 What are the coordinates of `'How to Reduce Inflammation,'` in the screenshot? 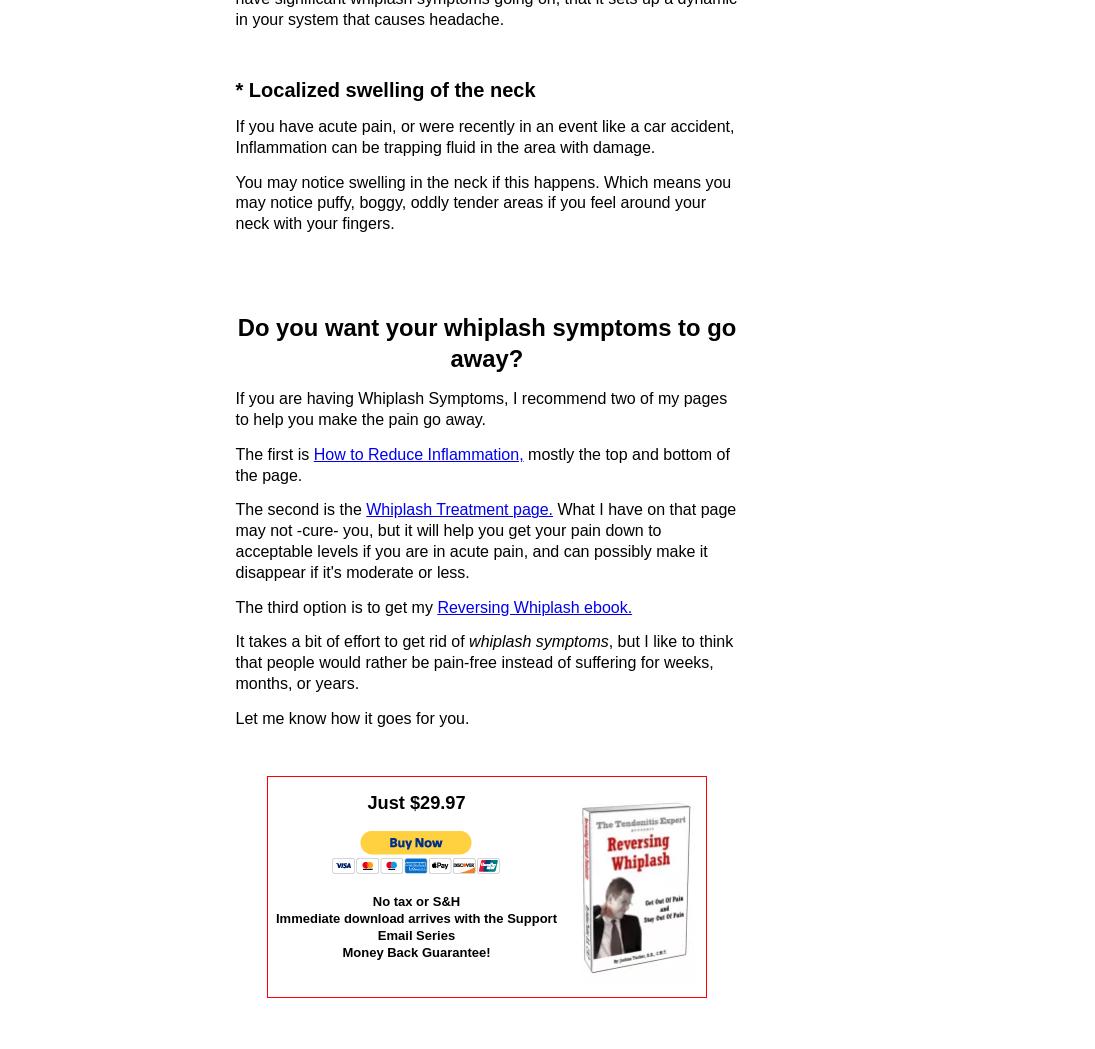 It's located at (416, 453).